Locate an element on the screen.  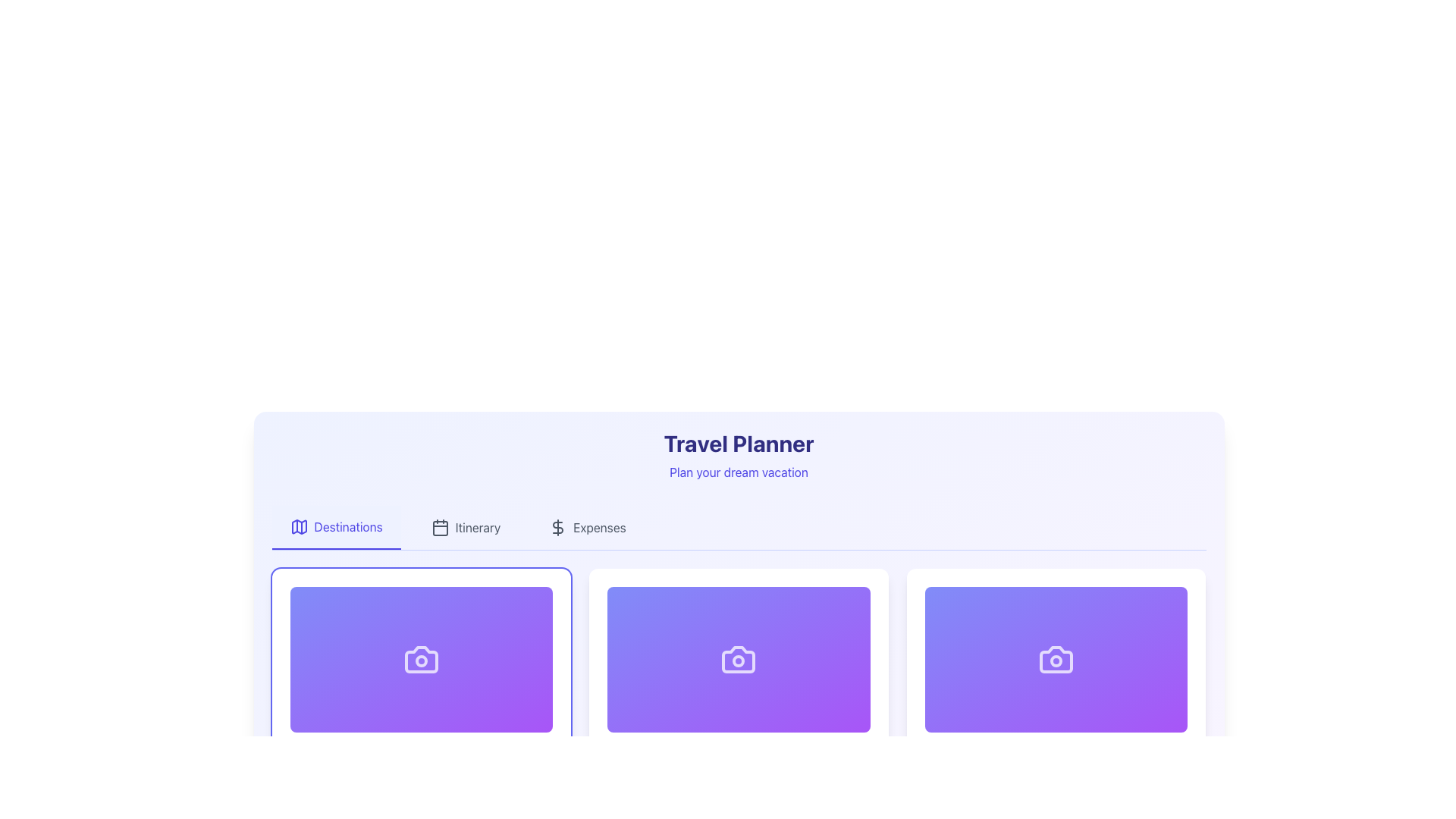
the rectangular widget with a gradient background from indigo to purple that contains a camera icon, which is located as the third card from the left in the row of destination cards is located at coordinates (1056, 659).